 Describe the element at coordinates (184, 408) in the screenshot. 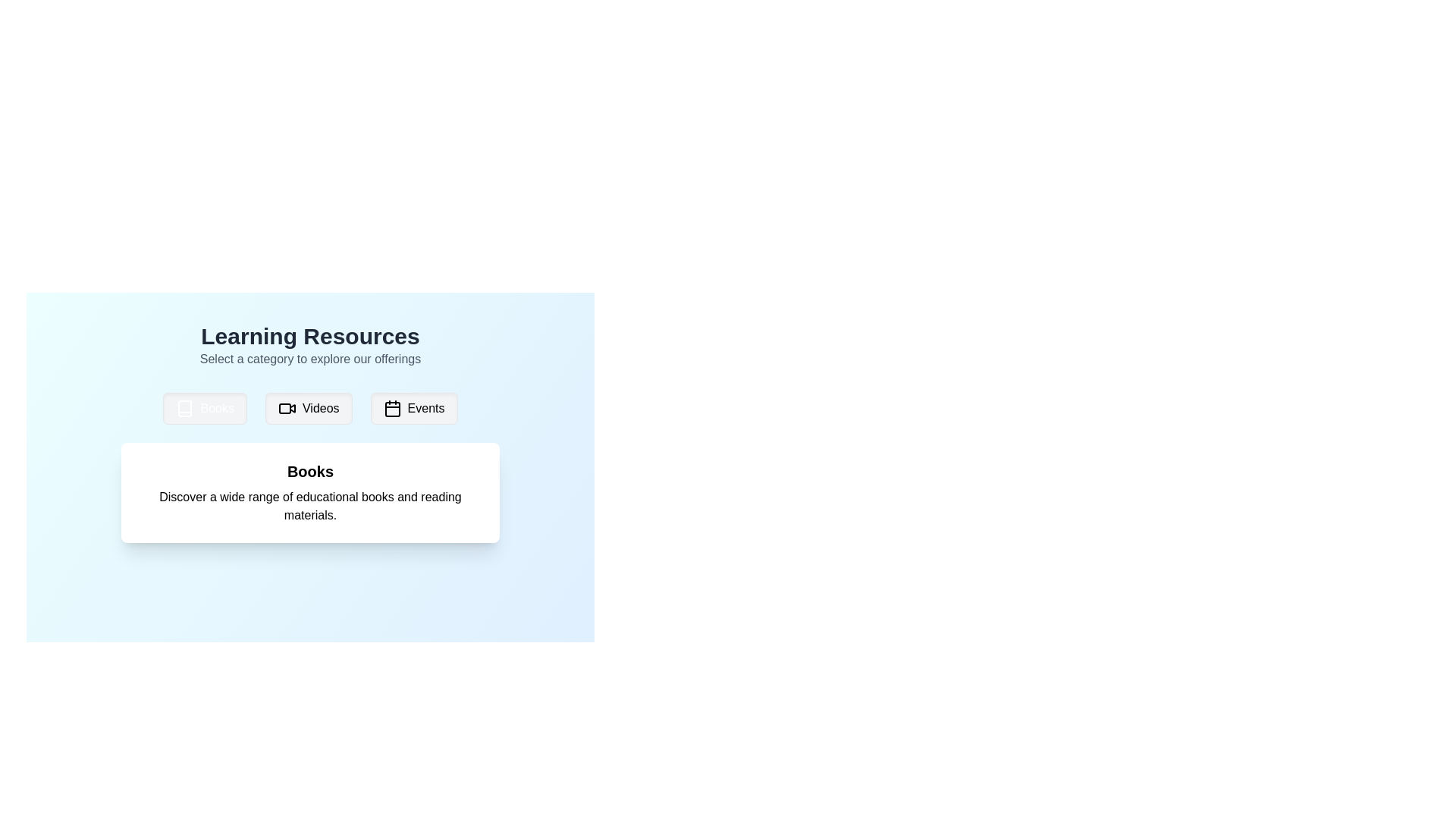

I see `the book icon` at that location.